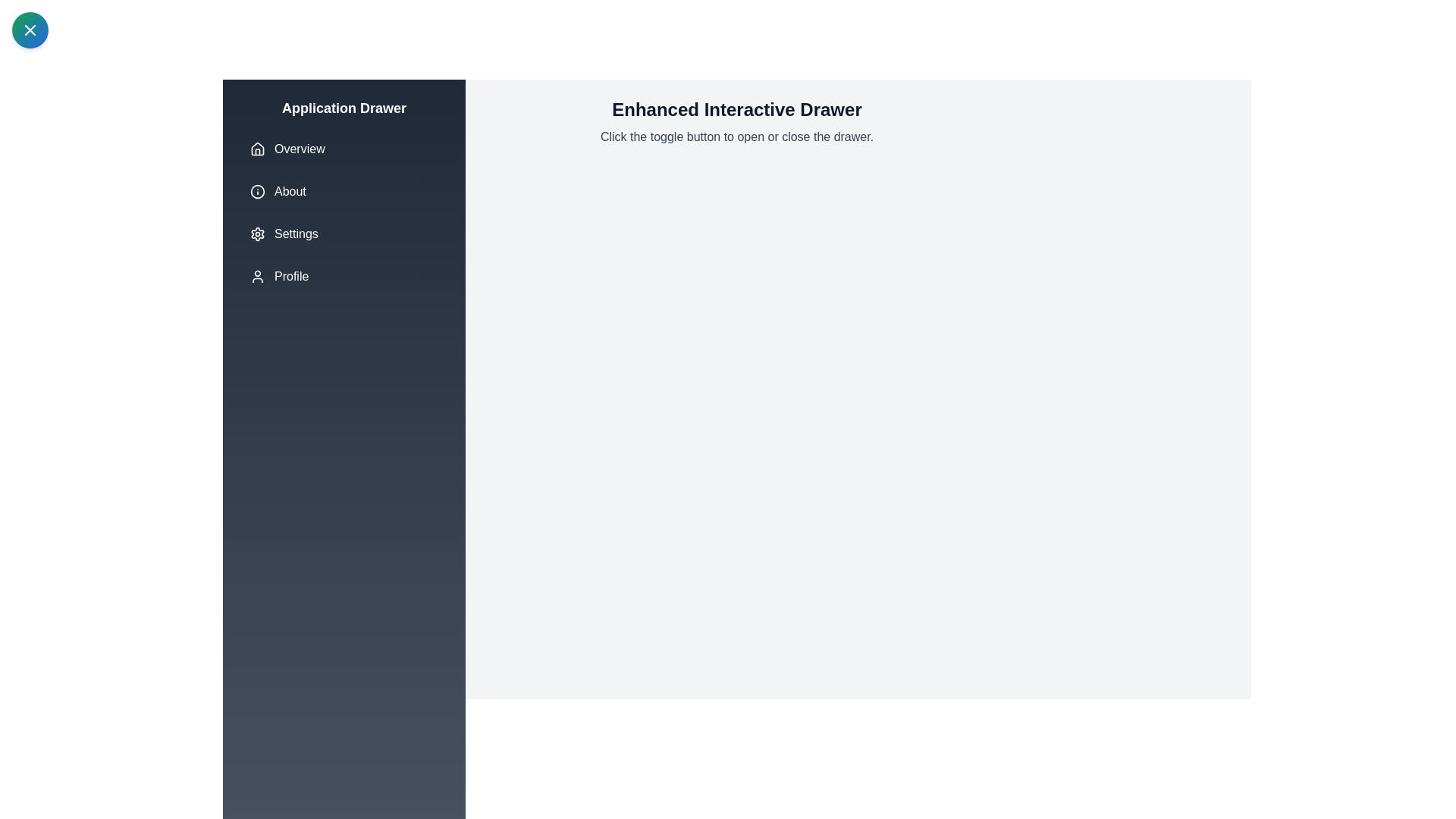 Image resolution: width=1456 pixels, height=819 pixels. I want to click on the icon associated with the menu item Profile, so click(258, 277).